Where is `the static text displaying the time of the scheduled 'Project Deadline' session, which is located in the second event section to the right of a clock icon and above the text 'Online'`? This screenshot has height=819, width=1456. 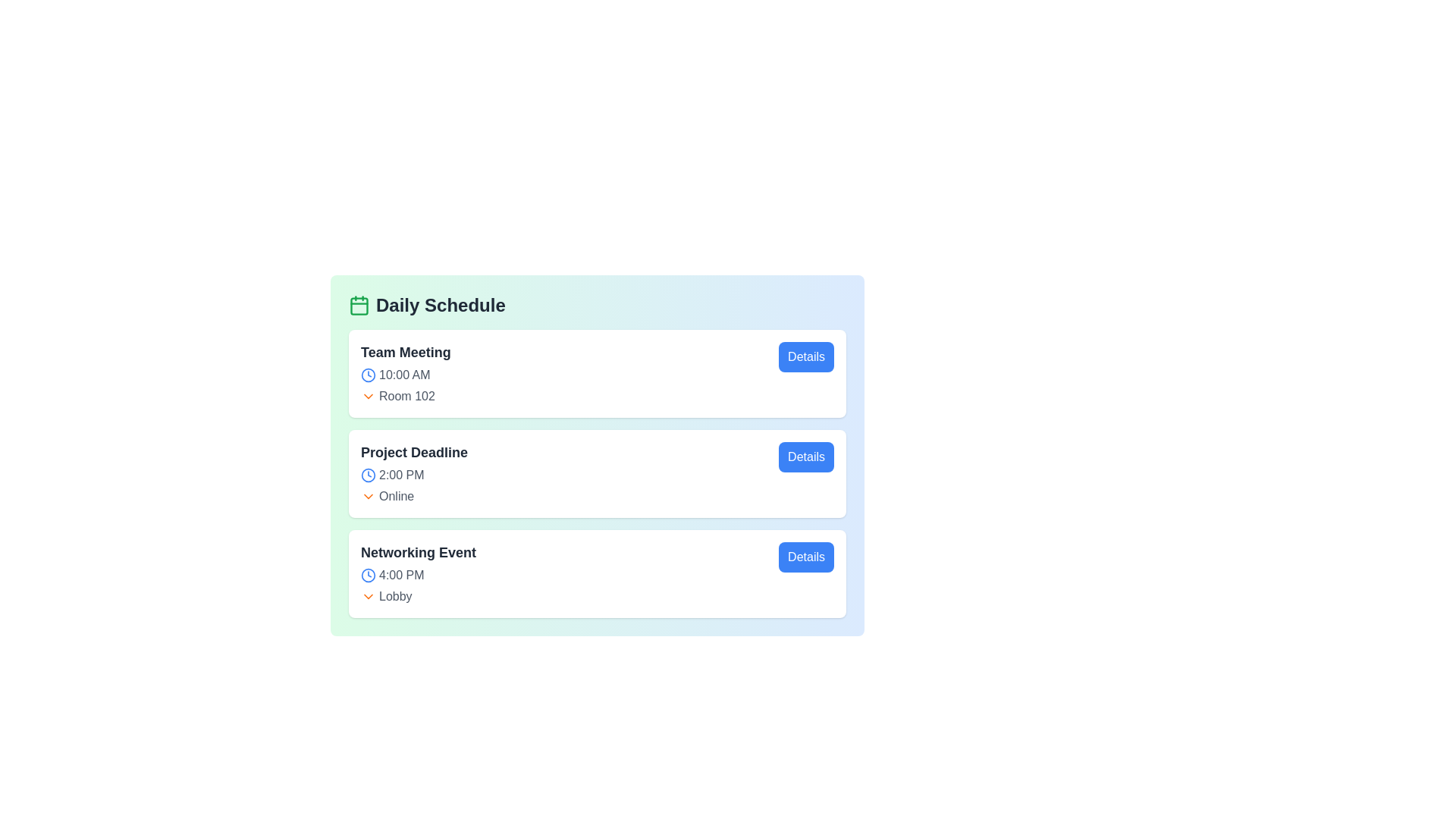 the static text displaying the time of the scheduled 'Project Deadline' session, which is located in the second event section to the right of a clock icon and above the text 'Online' is located at coordinates (401, 475).